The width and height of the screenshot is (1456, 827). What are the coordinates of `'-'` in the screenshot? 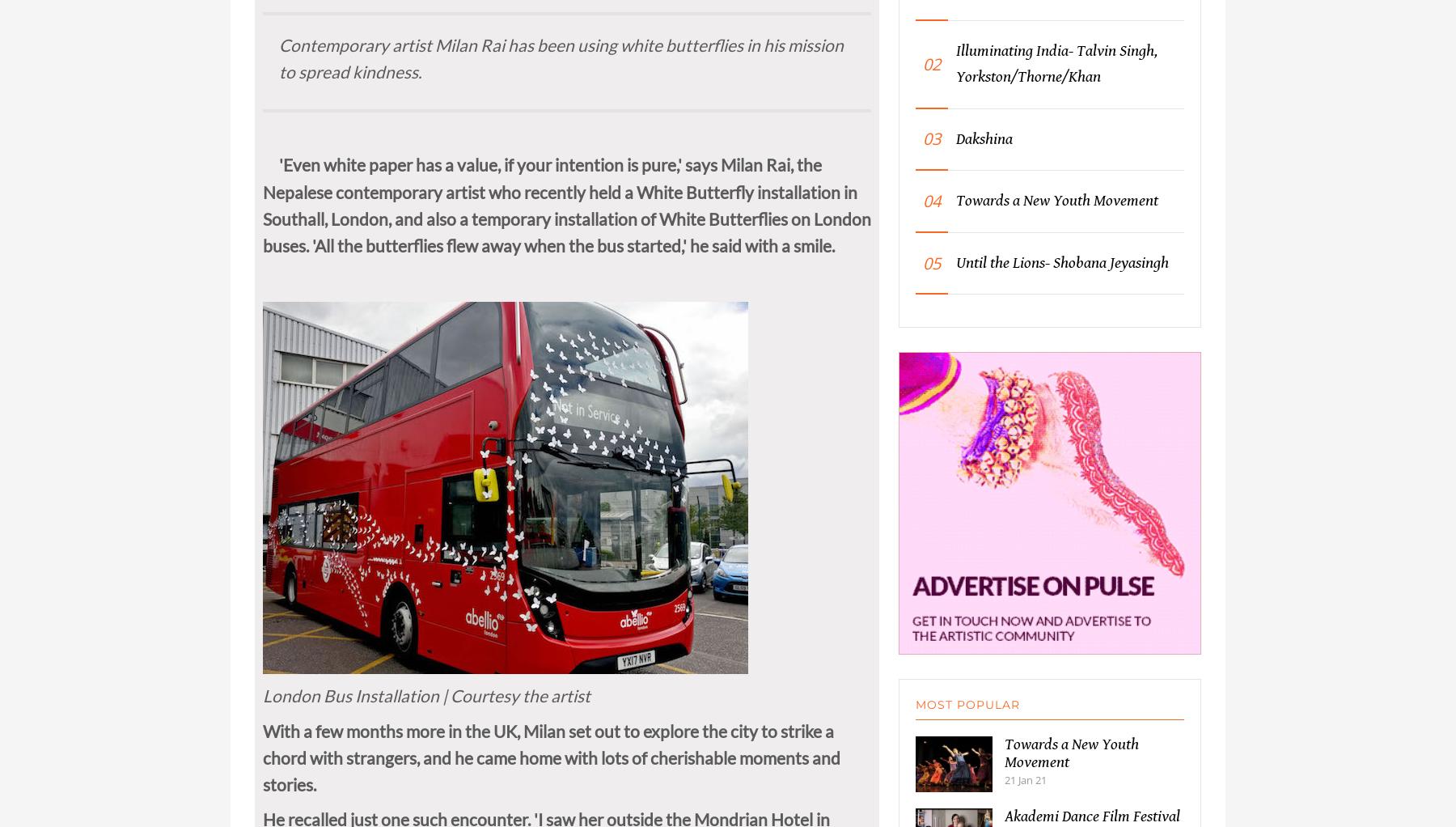 It's located at (320, 8).